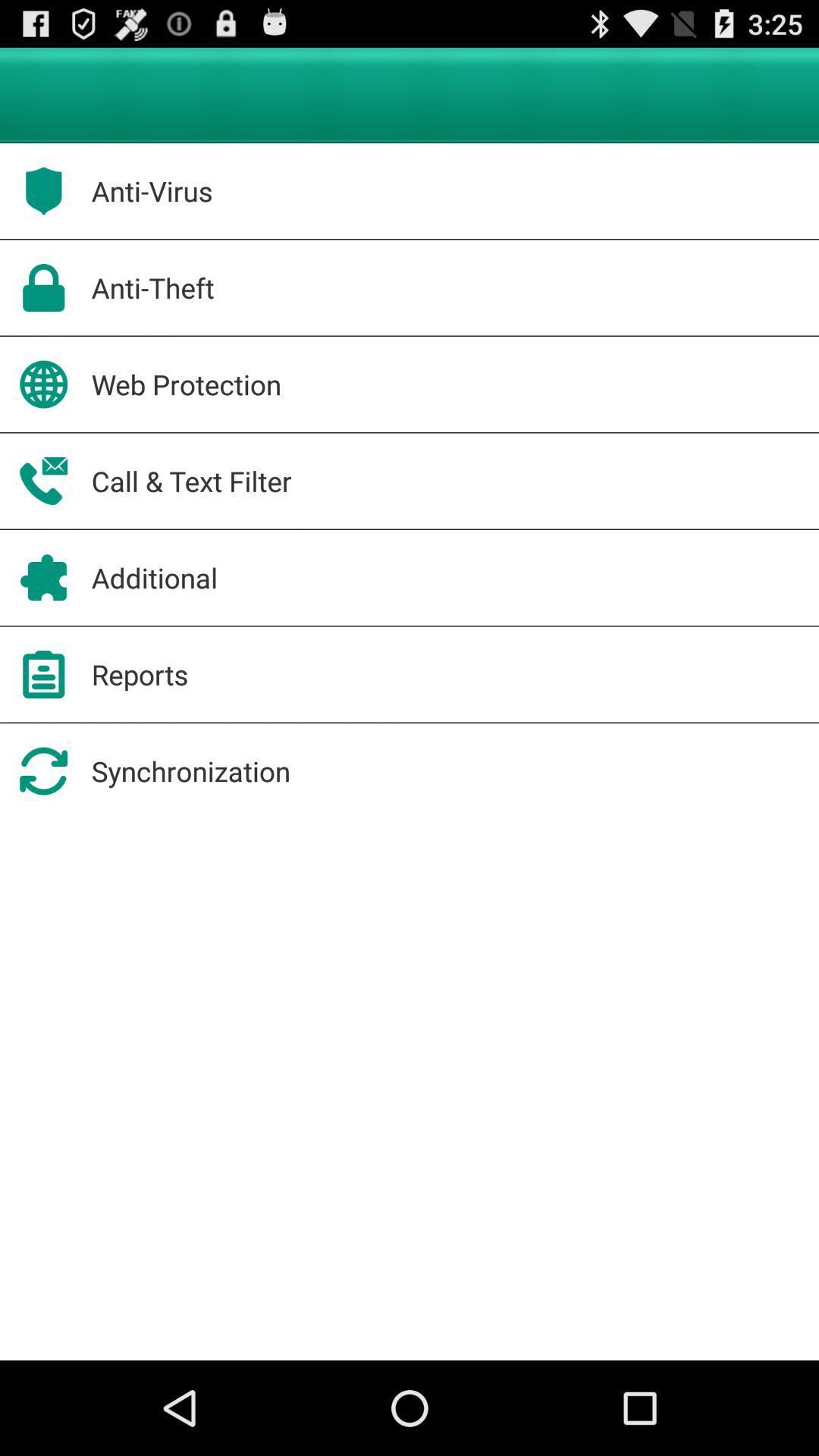  Describe the element at coordinates (190, 480) in the screenshot. I see `the call & text filter app` at that location.